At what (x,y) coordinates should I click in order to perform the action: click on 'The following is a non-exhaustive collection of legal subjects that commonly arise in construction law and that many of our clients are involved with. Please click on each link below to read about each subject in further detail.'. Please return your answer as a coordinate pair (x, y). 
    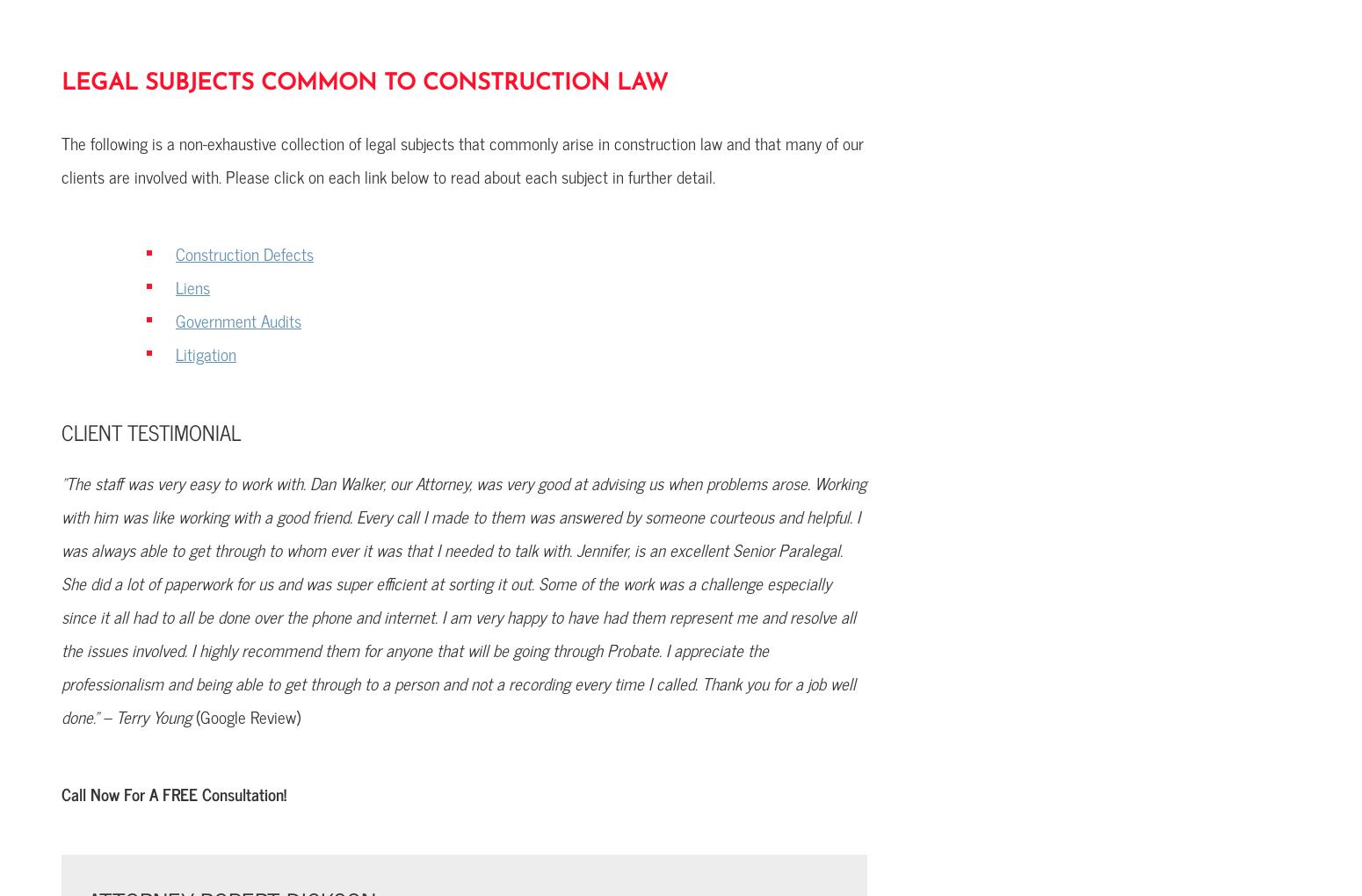
    Looking at the image, I should click on (461, 158).